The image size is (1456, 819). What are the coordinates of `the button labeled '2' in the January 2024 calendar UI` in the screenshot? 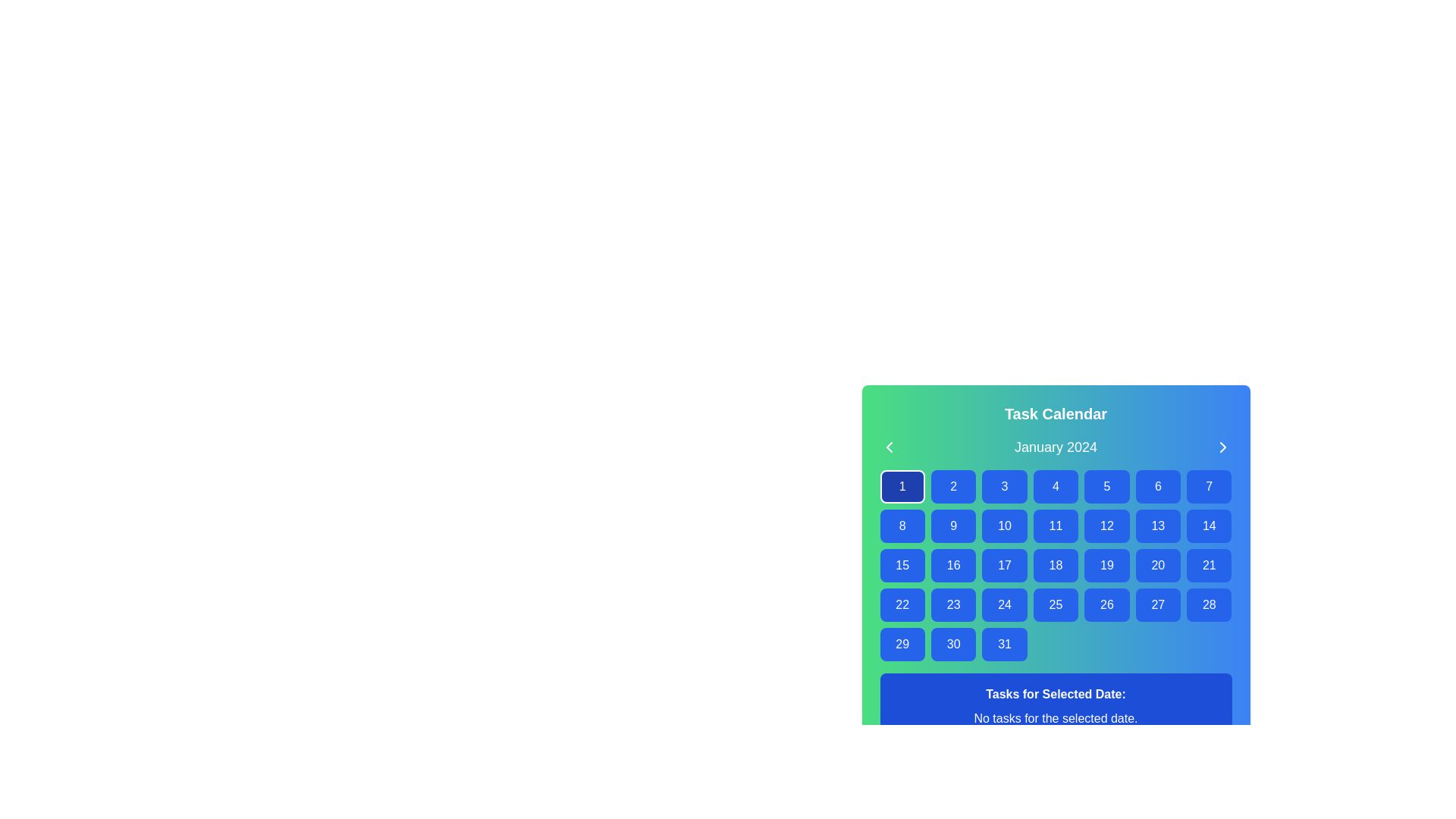 It's located at (952, 486).